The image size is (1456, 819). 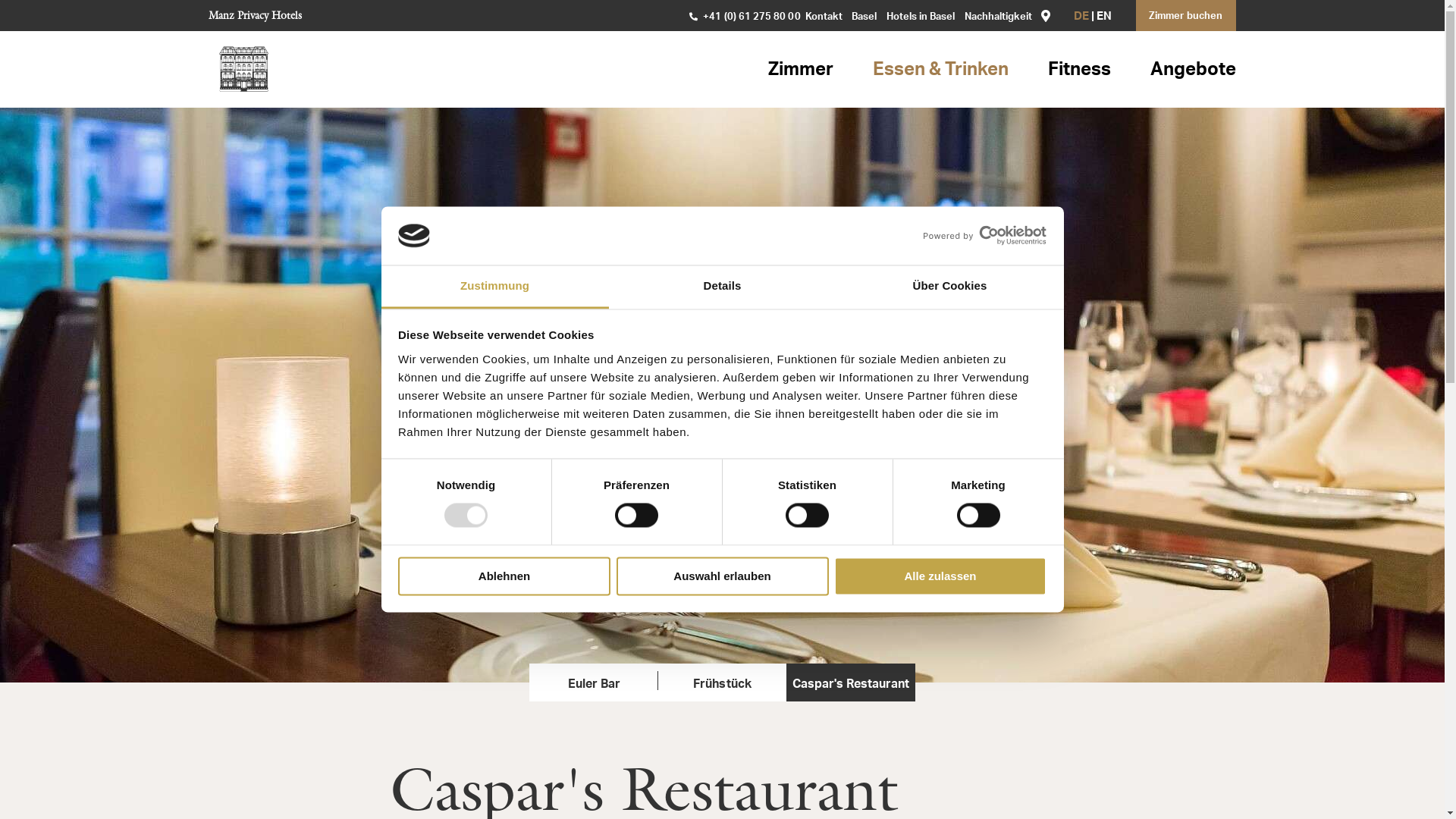 What do you see at coordinates (494, 287) in the screenshot?
I see `'Zustimmung'` at bounding box center [494, 287].